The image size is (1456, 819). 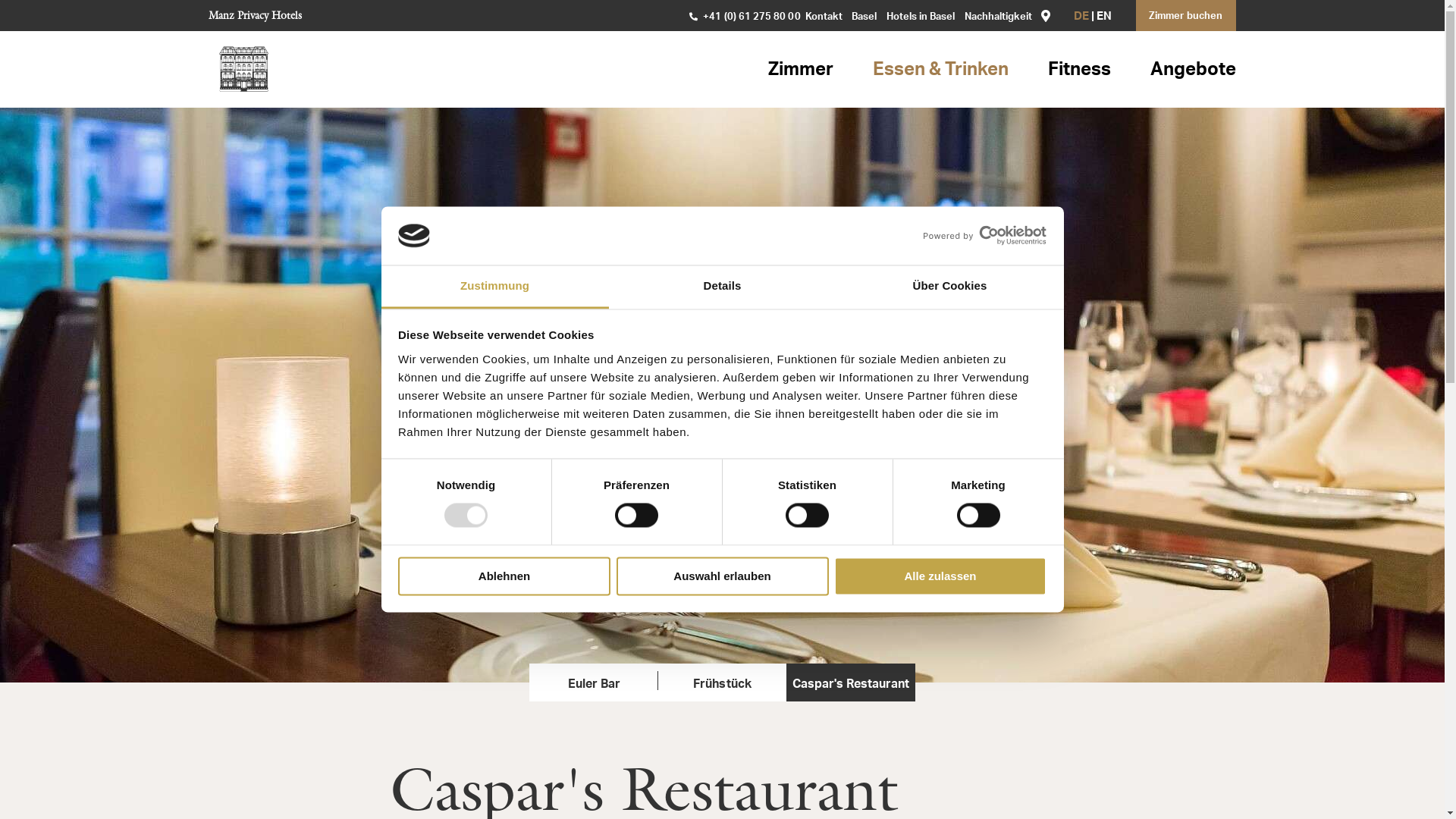 What do you see at coordinates (494, 287) in the screenshot?
I see `'Zustimmung'` at bounding box center [494, 287].